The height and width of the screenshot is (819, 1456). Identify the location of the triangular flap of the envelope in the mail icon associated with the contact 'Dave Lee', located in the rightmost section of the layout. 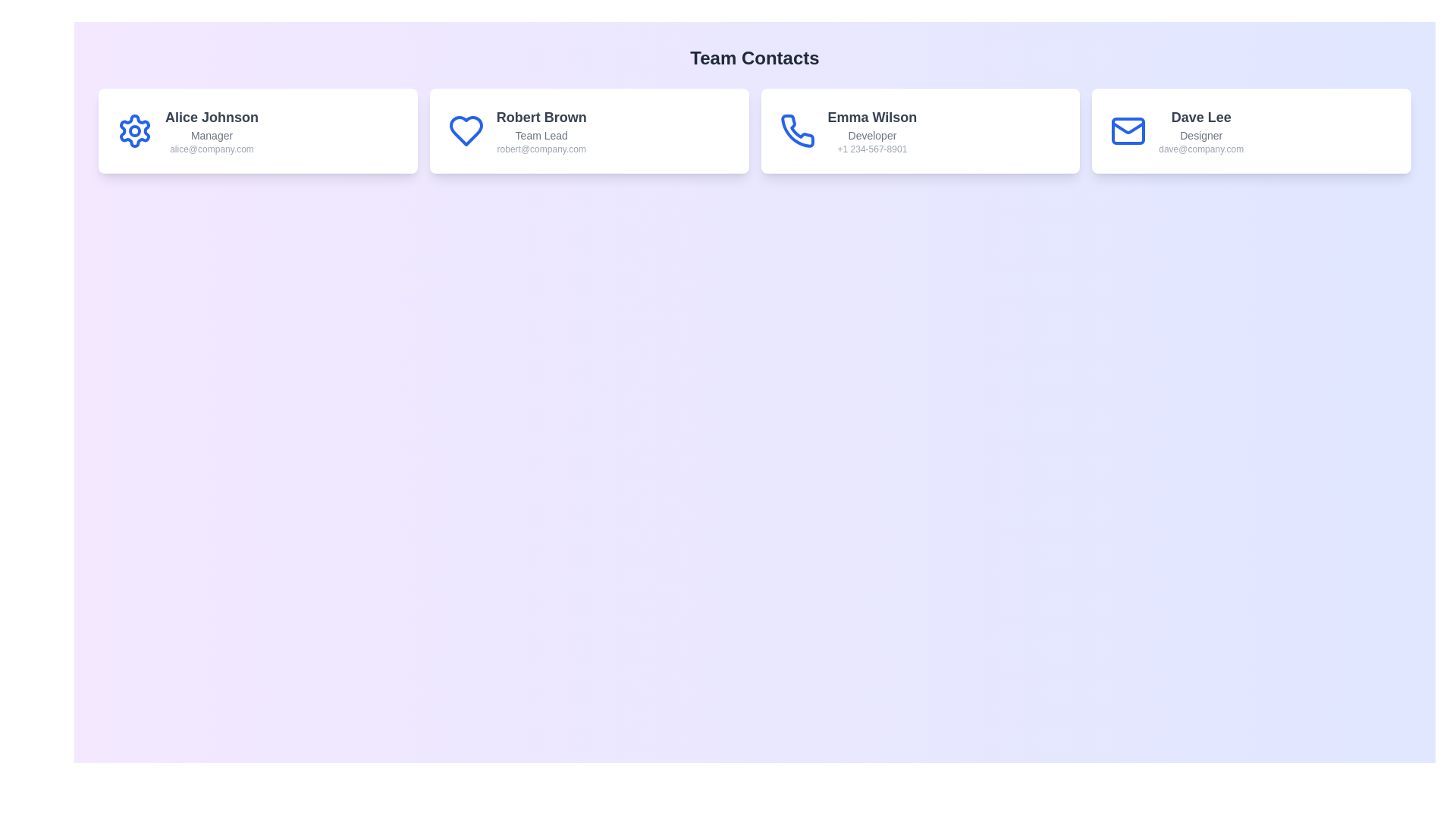
(1128, 127).